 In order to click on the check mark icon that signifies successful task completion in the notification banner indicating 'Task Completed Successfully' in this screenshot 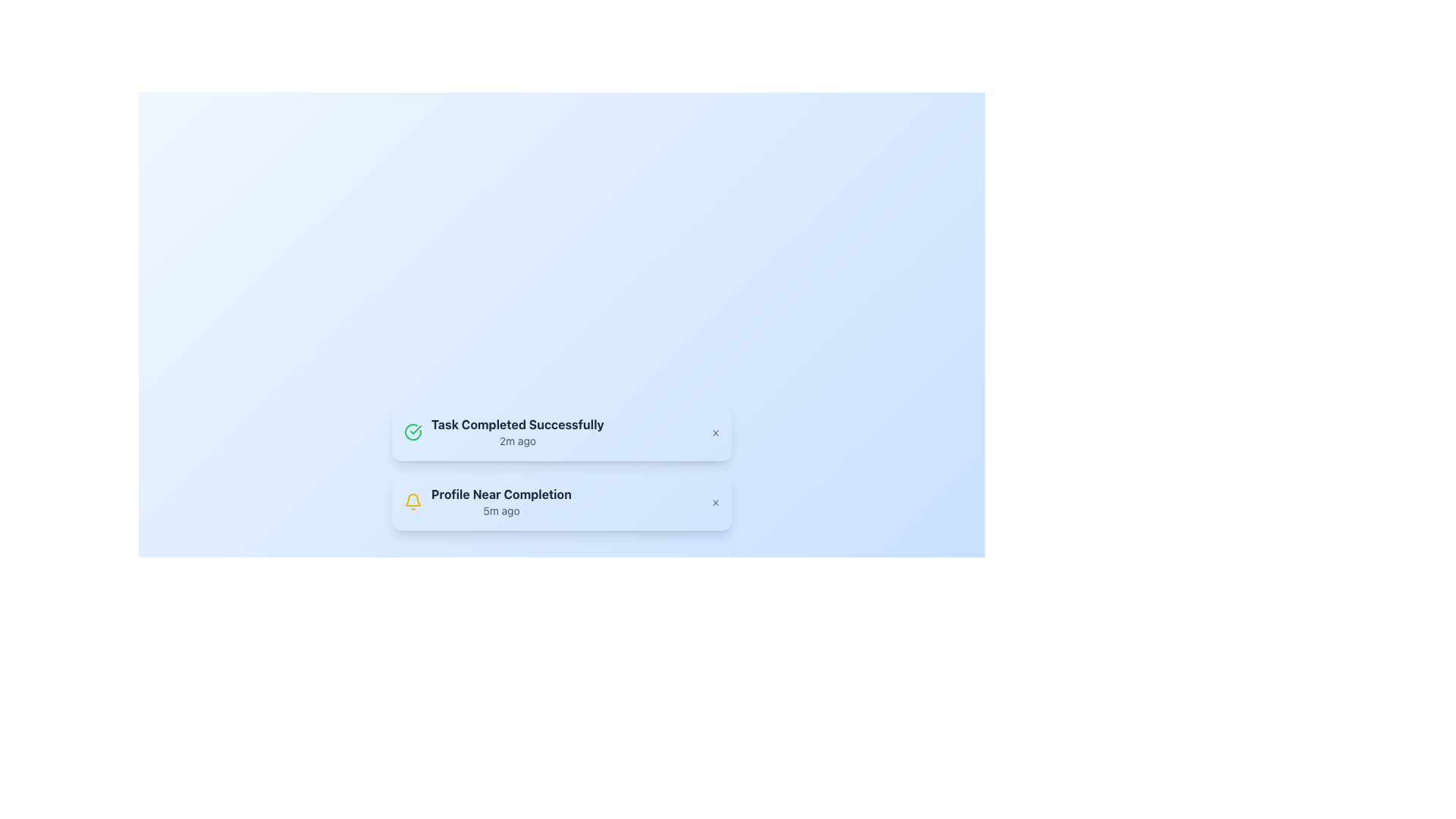, I will do `click(416, 430)`.